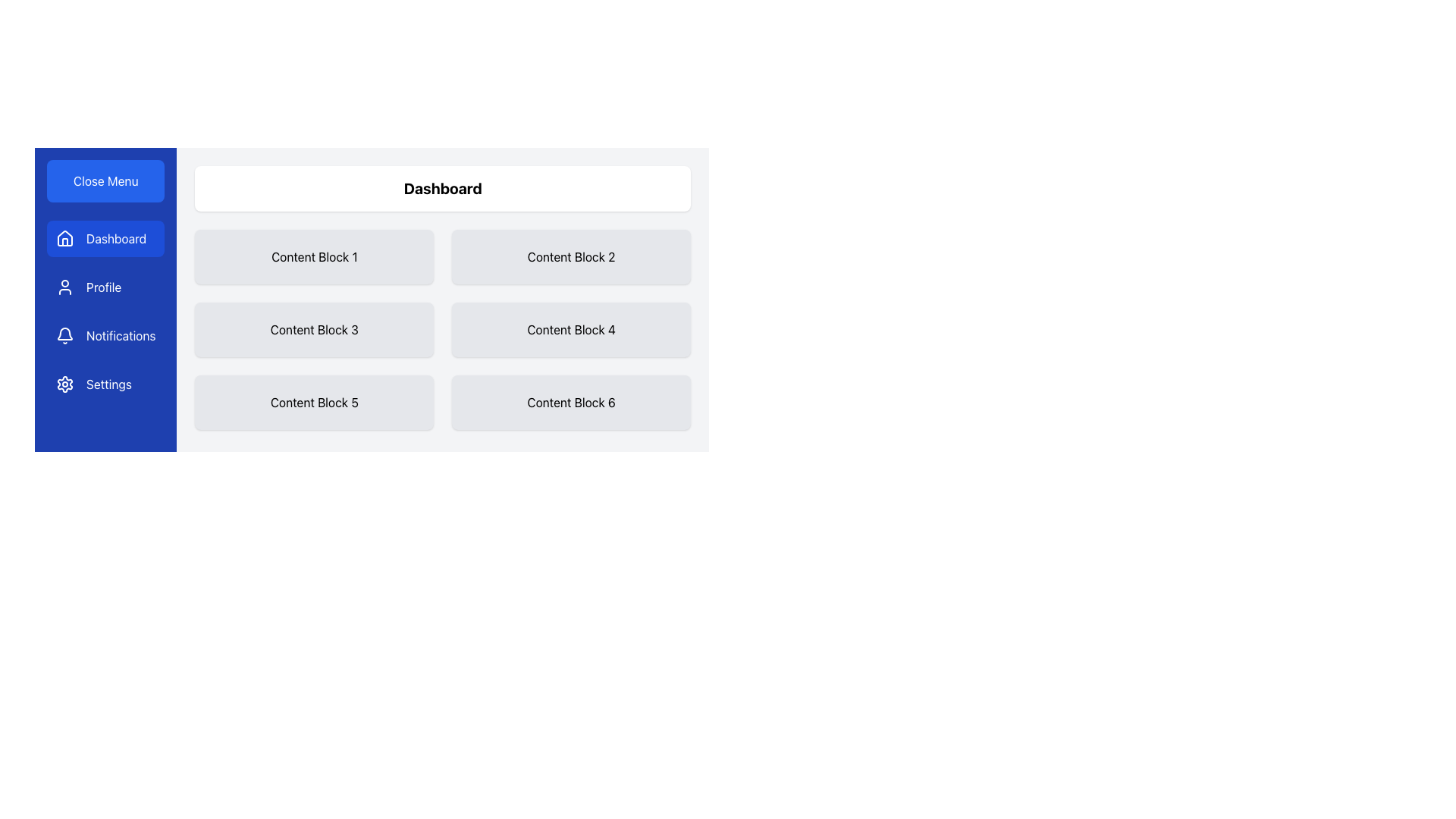 The height and width of the screenshot is (819, 1456). Describe the element at coordinates (120, 335) in the screenshot. I see `the 'Notifications' text label in the vertical navigation bar, which indicates the purpose of the adjacent bell icon and is located below 'Profile' and above 'Settings'` at that location.